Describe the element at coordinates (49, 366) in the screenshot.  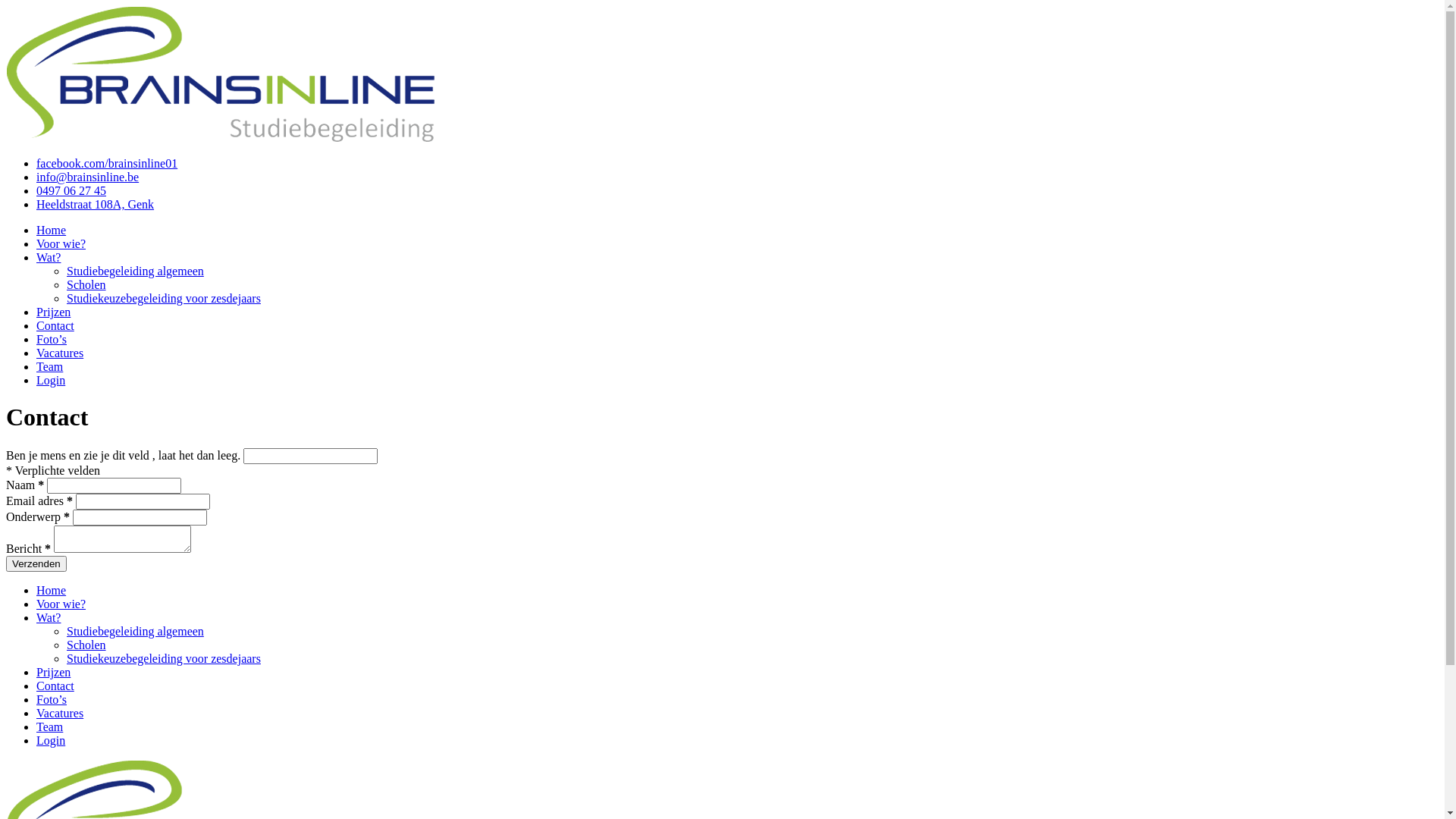
I see `'Team'` at that location.